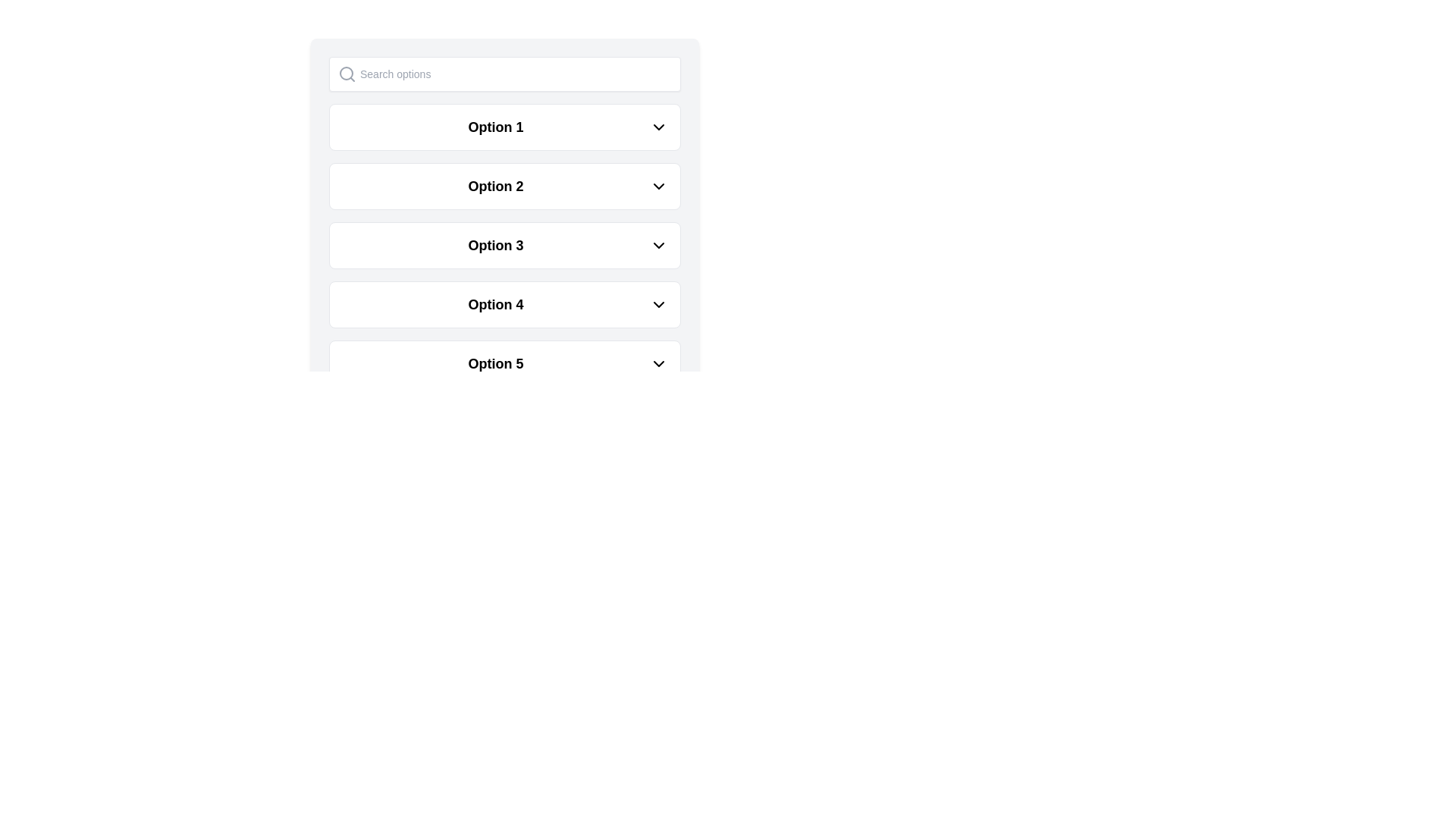  What do you see at coordinates (505, 304) in the screenshot?
I see `the 'Option 4' button with a dropdown function, which has a white background and a downward-pointing chevron icon` at bounding box center [505, 304].